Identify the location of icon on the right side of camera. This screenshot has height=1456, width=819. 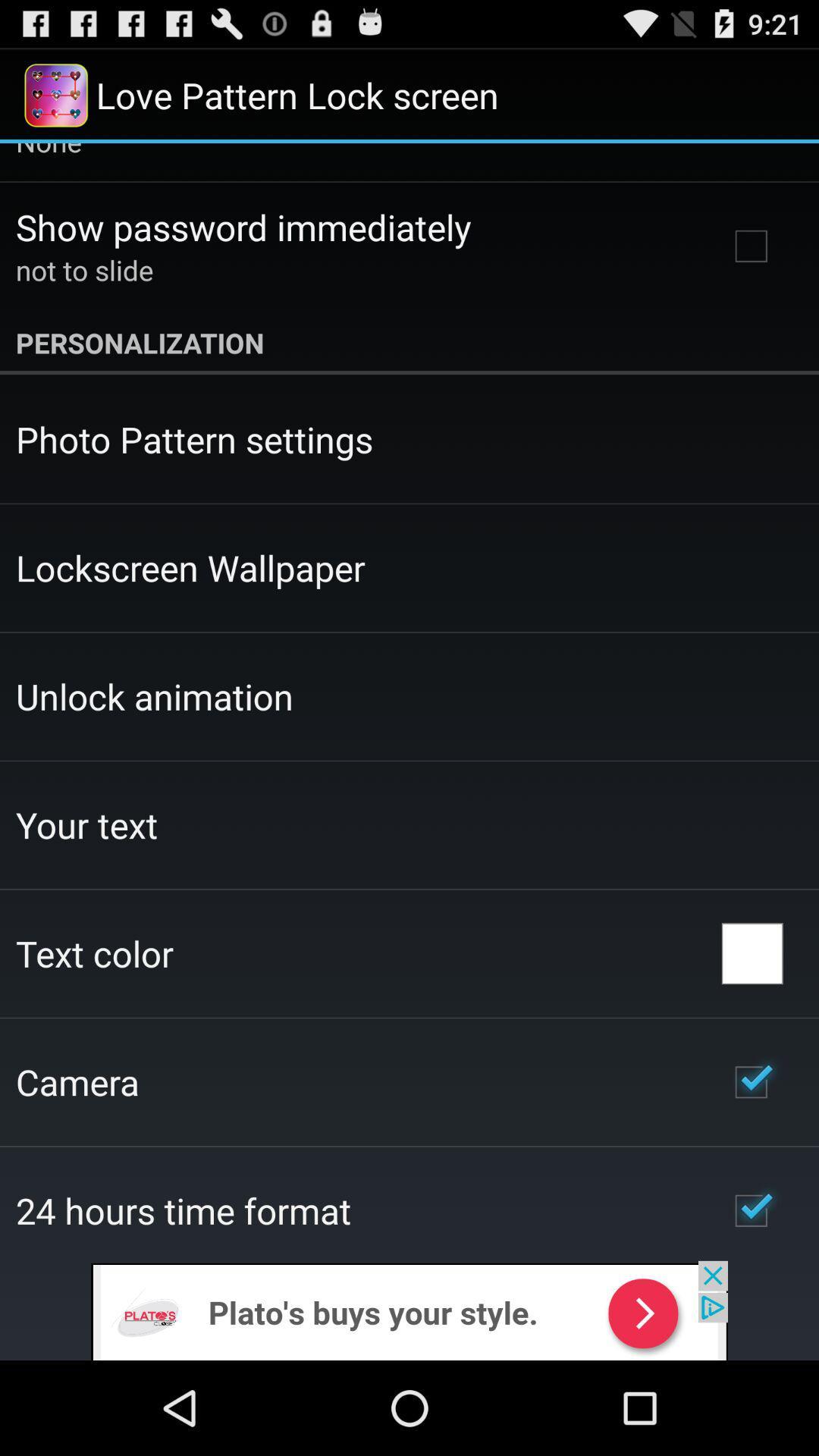
(752, 1081).